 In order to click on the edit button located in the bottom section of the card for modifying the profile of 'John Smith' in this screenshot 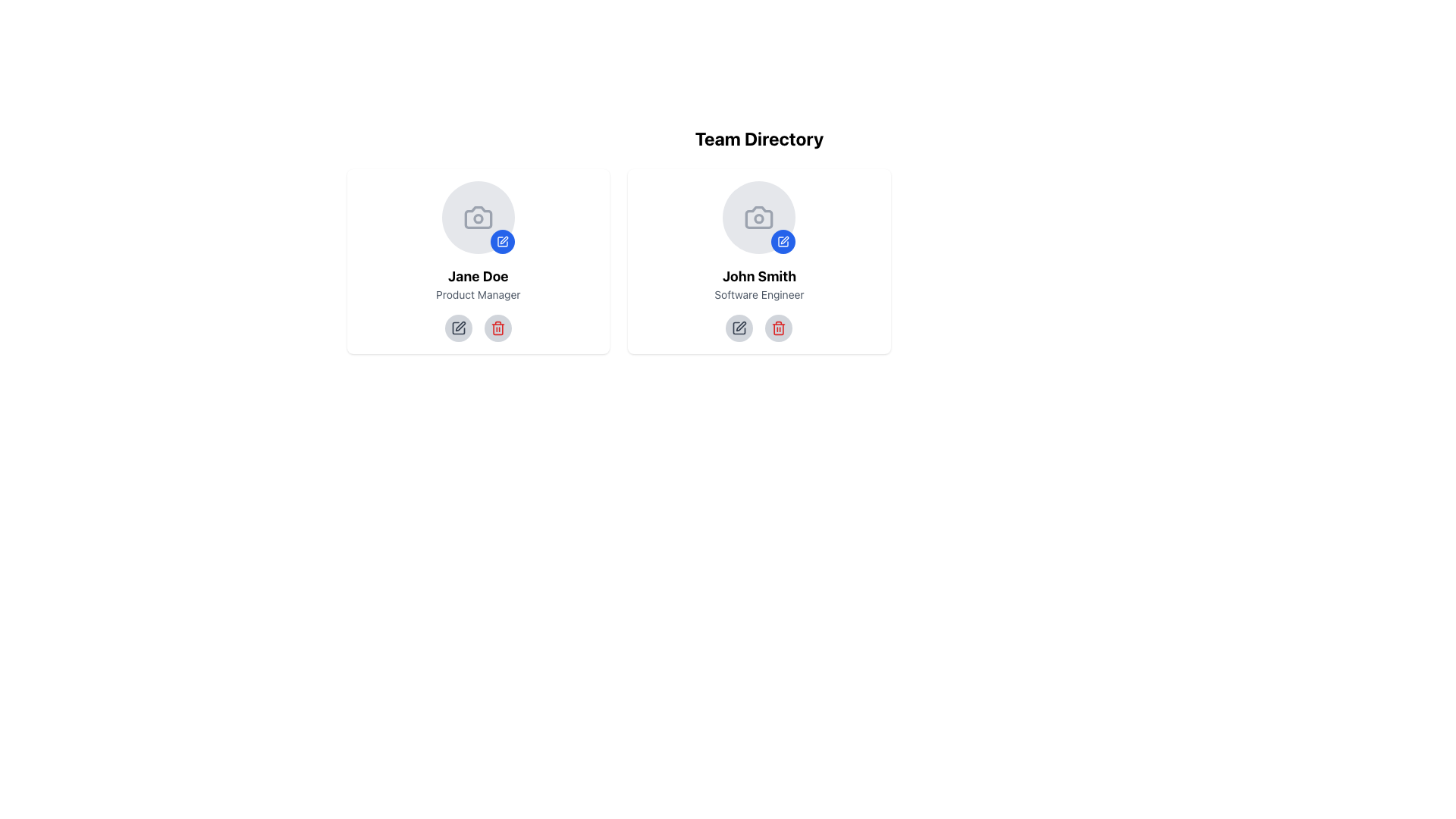, I will do `click(739, 327)`.